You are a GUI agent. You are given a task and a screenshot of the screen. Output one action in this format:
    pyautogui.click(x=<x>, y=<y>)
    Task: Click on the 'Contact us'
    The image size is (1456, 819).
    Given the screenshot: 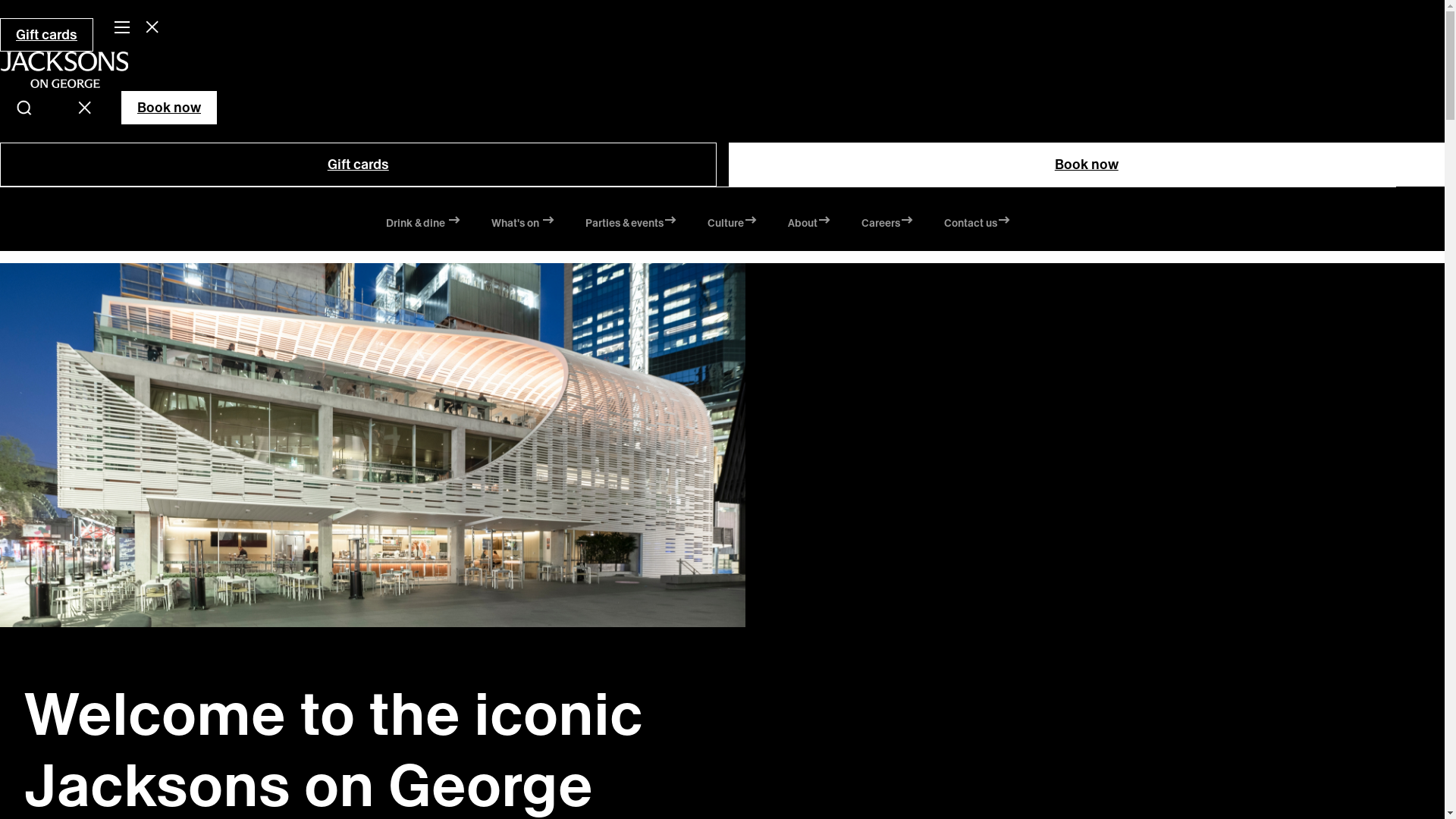 What is the action you would take?
    pyautogui.click(x=942, y=225)
    